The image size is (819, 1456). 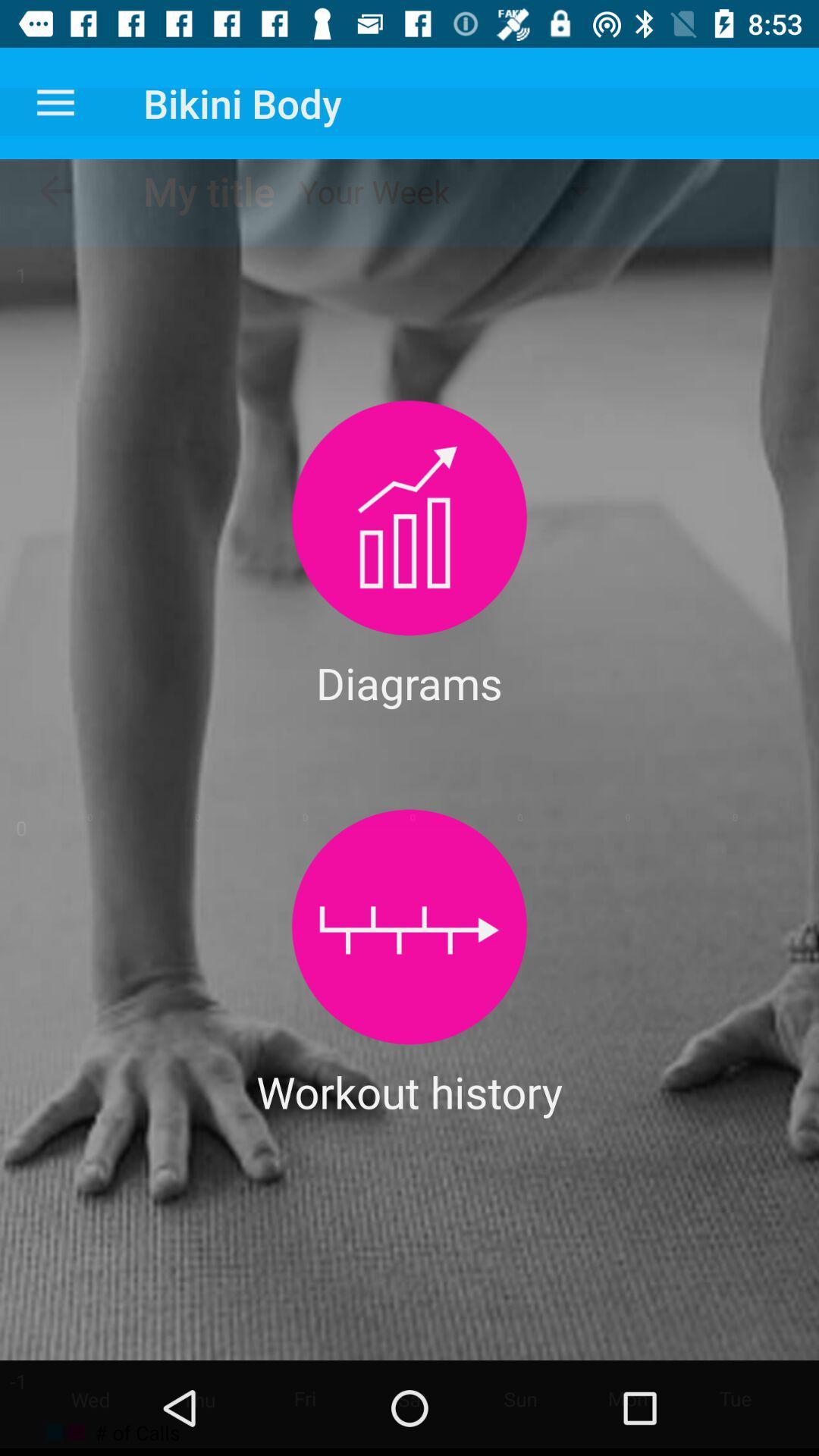 What do you see at coordinates (409, 926) in the screenshot?
I see `workout history` at bounding box center [409, 926].